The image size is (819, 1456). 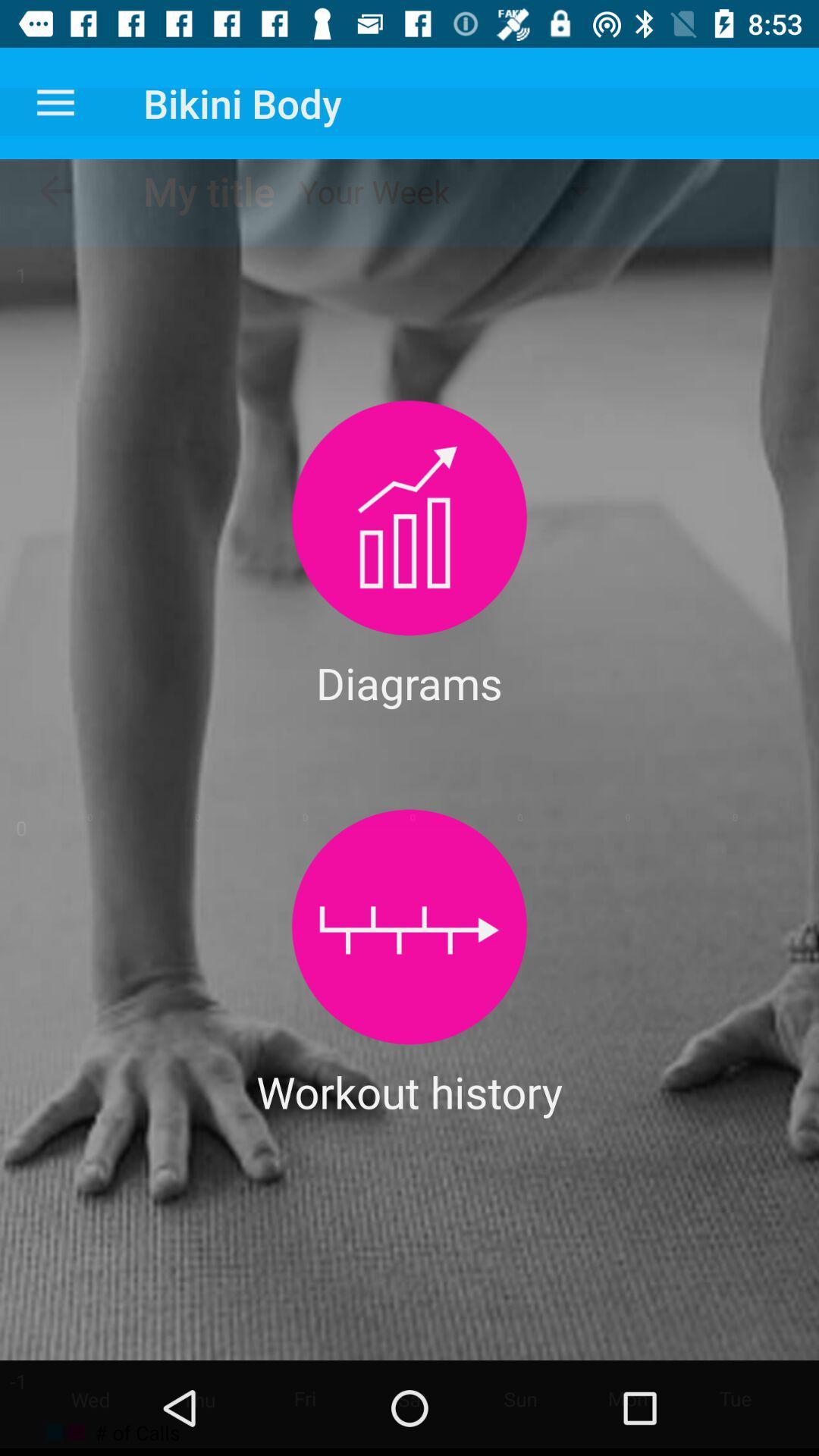 What do you see at coordinates (409, 926) in the screenshot?
I see `workout history` at bounding box center [409, 926].